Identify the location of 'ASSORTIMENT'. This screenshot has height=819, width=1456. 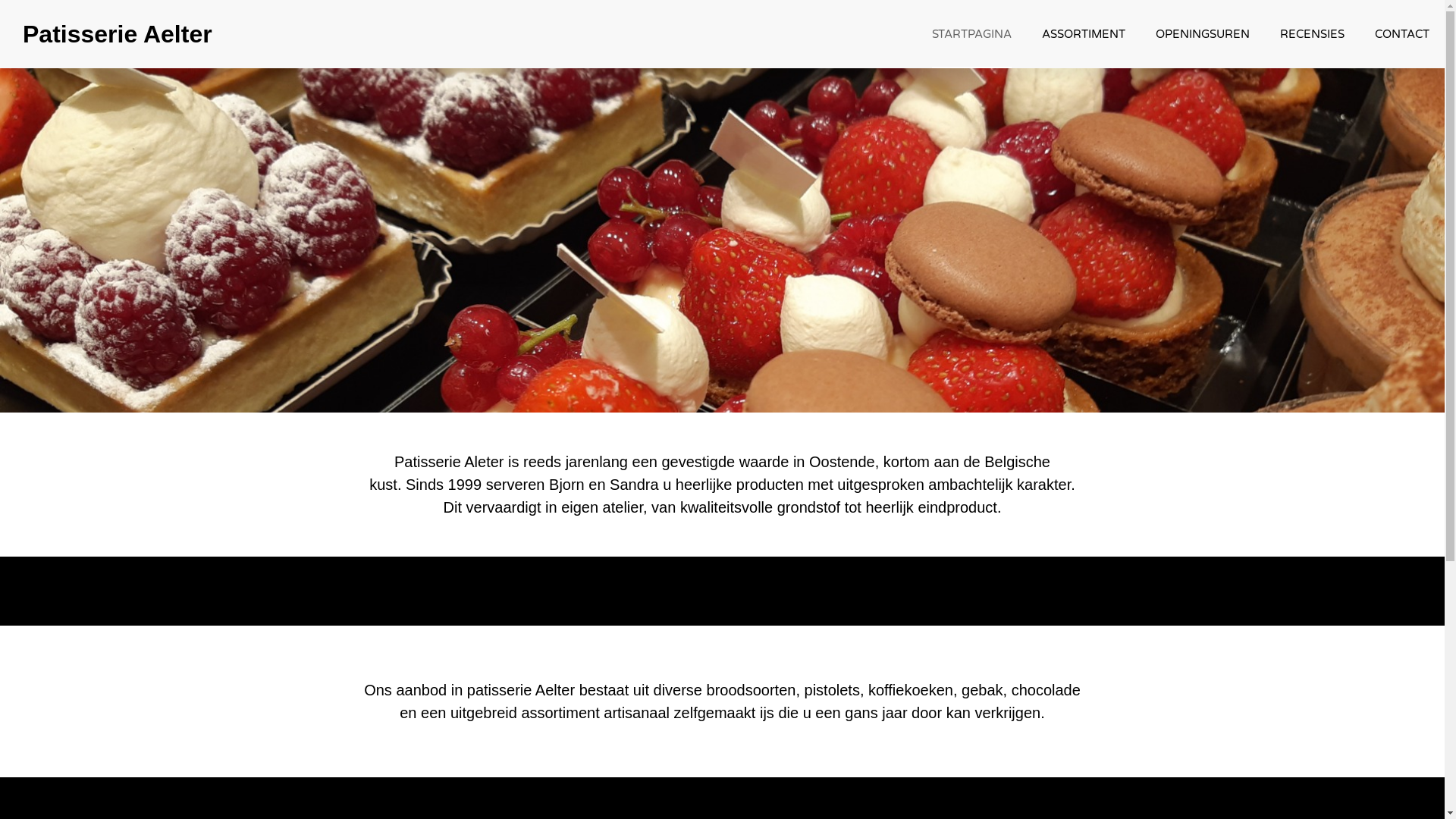
(1083, 34).